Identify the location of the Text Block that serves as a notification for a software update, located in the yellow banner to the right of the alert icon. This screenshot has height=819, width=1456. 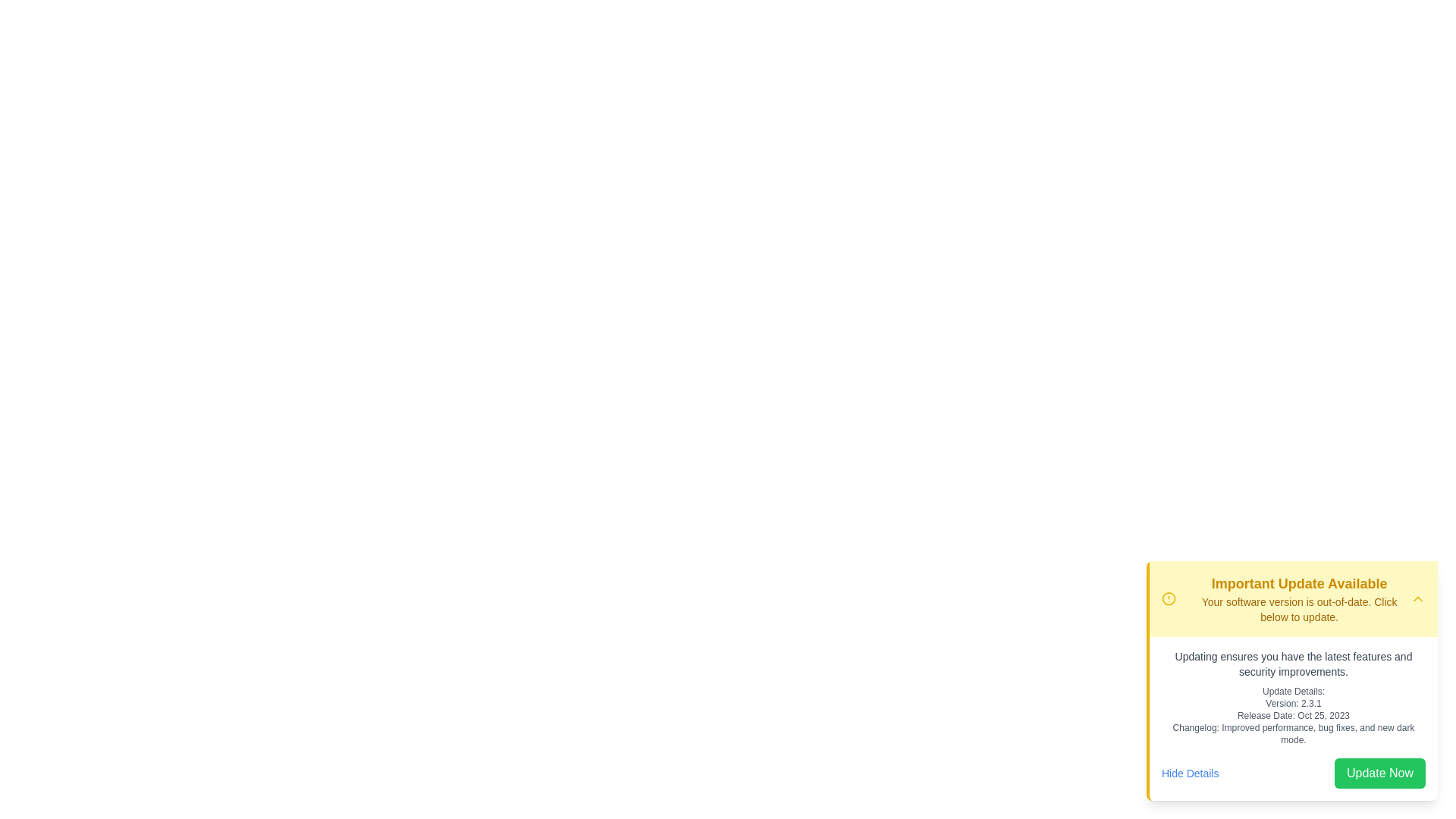
(1298, 598).